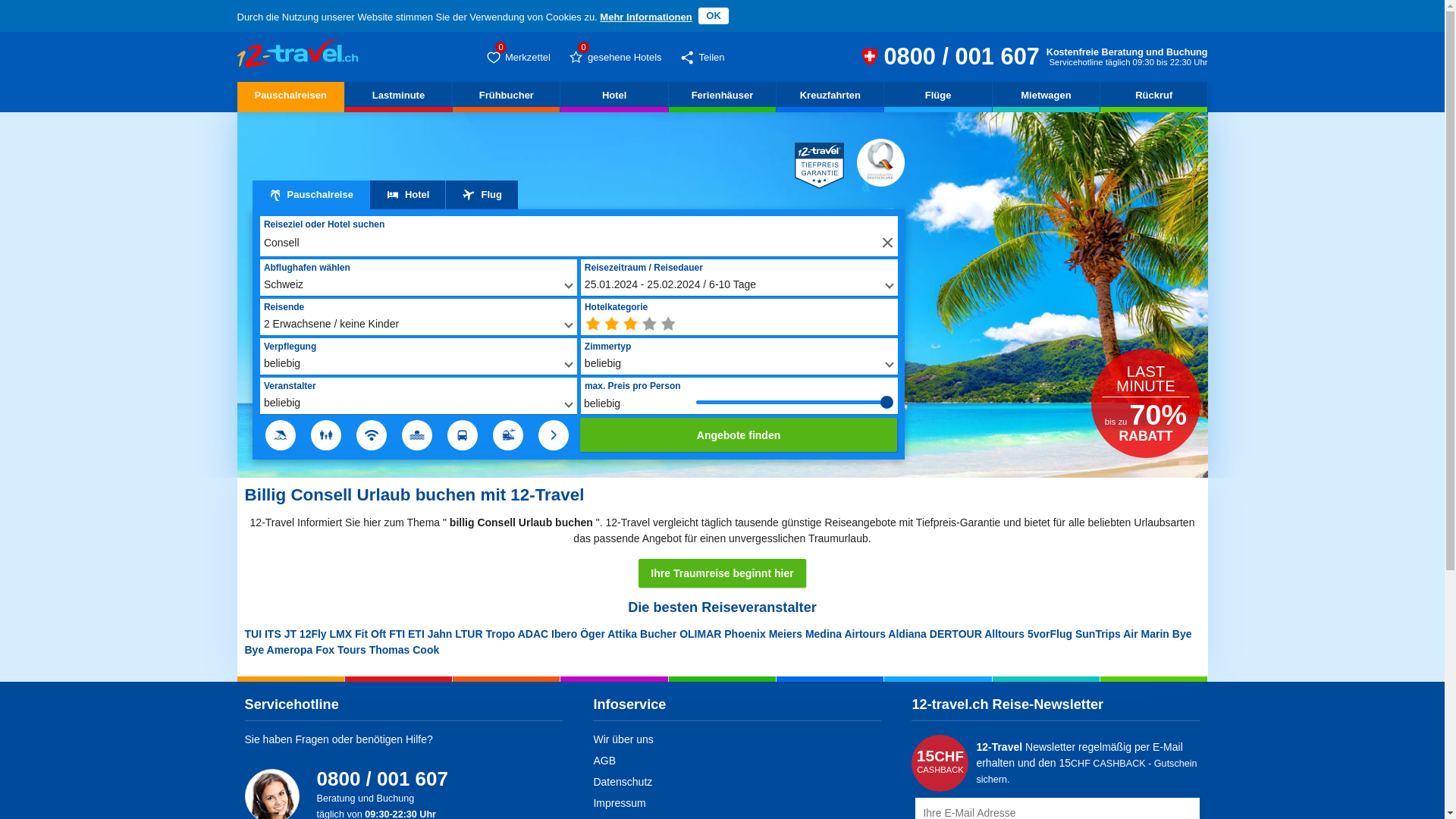 This screenshot has height=819, width=1456. Describe the element at coordinates (1004, 634) in the screenshot. I see `'Alltours'` at that location.